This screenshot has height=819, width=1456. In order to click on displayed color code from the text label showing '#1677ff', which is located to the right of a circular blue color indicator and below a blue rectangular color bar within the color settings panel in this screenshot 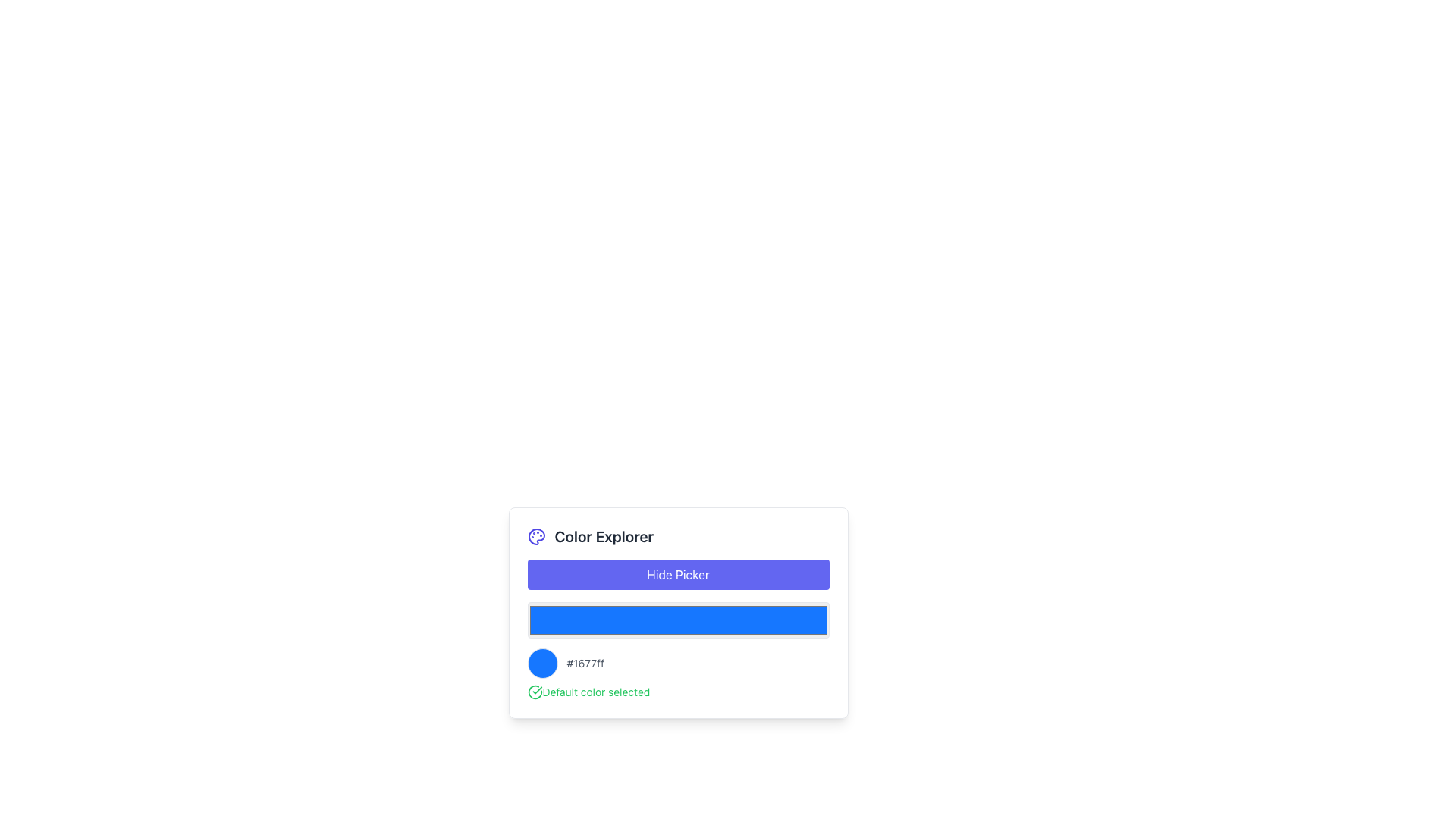, I will do `click(585, 663)`.